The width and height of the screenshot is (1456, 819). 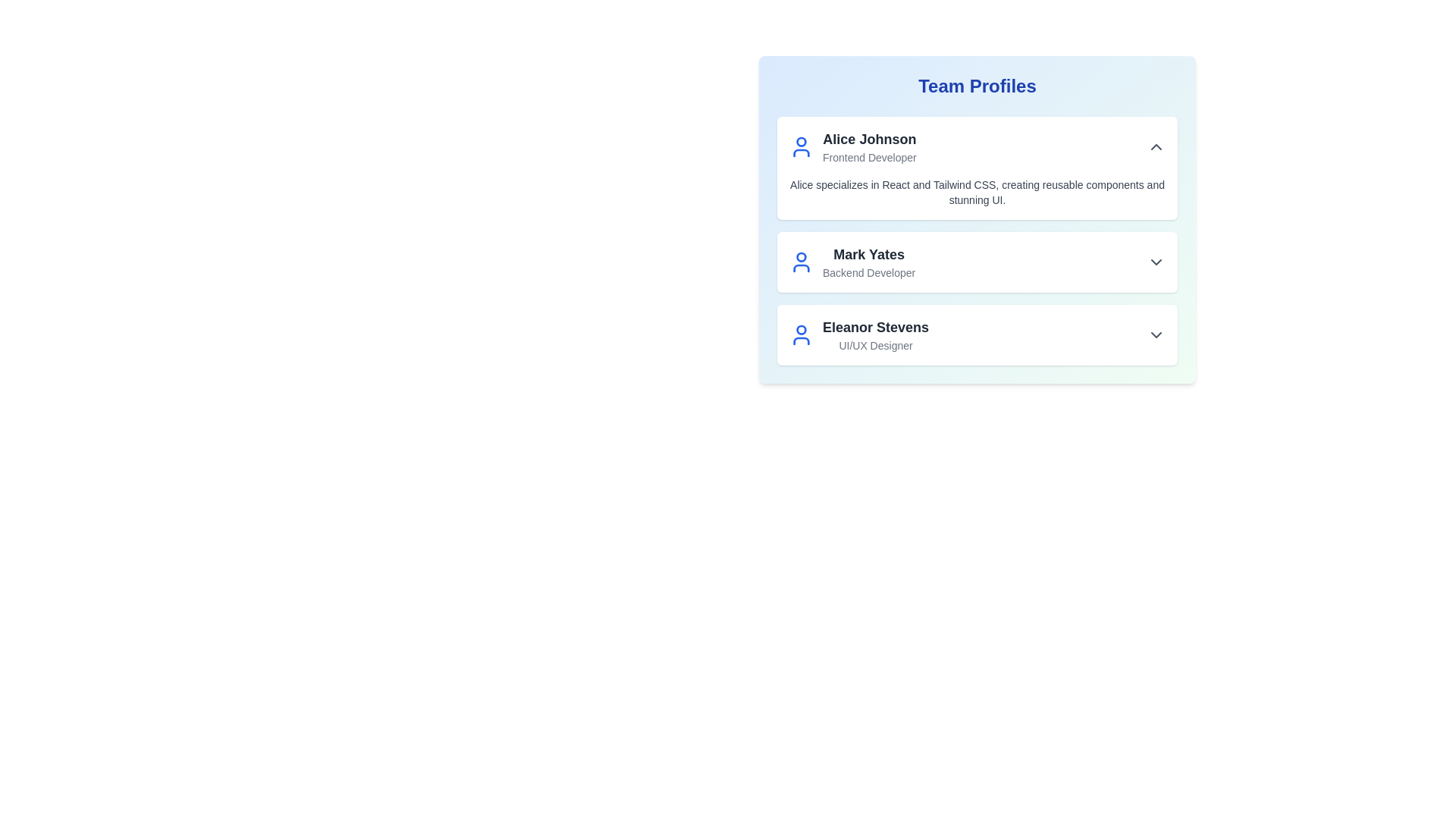 I want to click on the profile of Alice Johnson to observe the hover effect, so click(x=977, y=168).